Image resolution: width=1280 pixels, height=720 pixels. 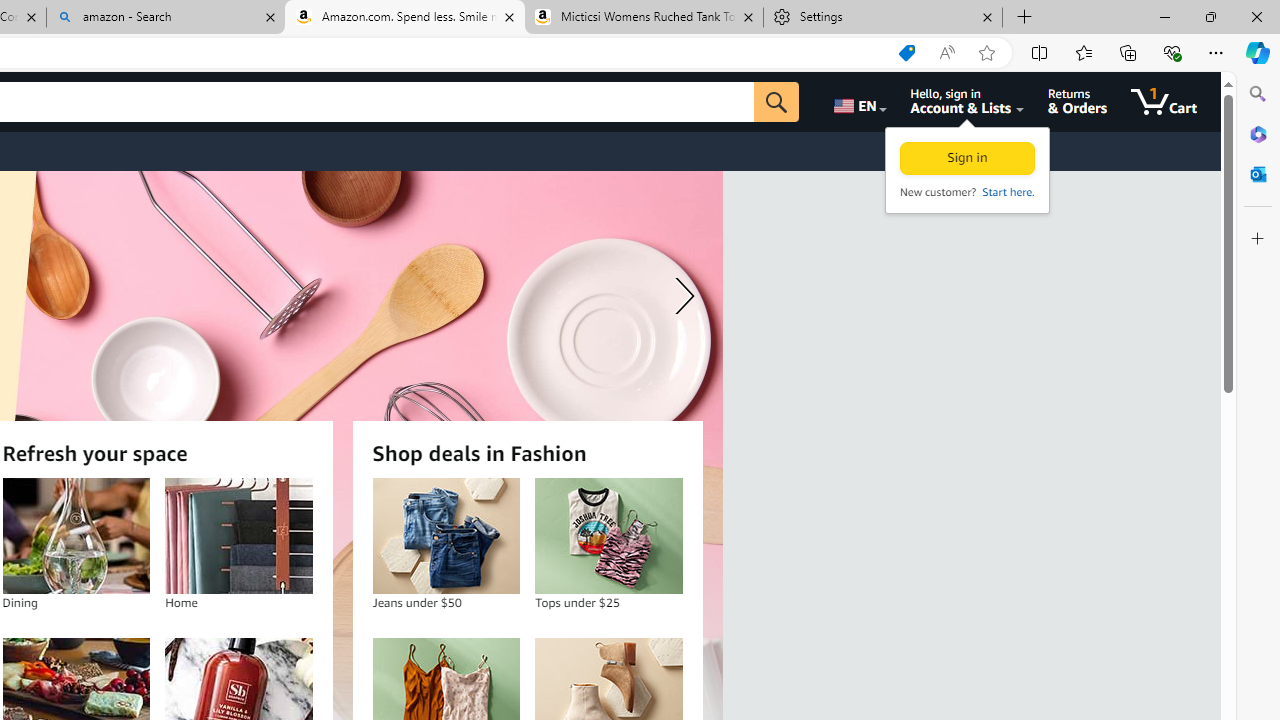 I want to click on 'Shopping in Microsoft Edge', so click(x=905, y=52).